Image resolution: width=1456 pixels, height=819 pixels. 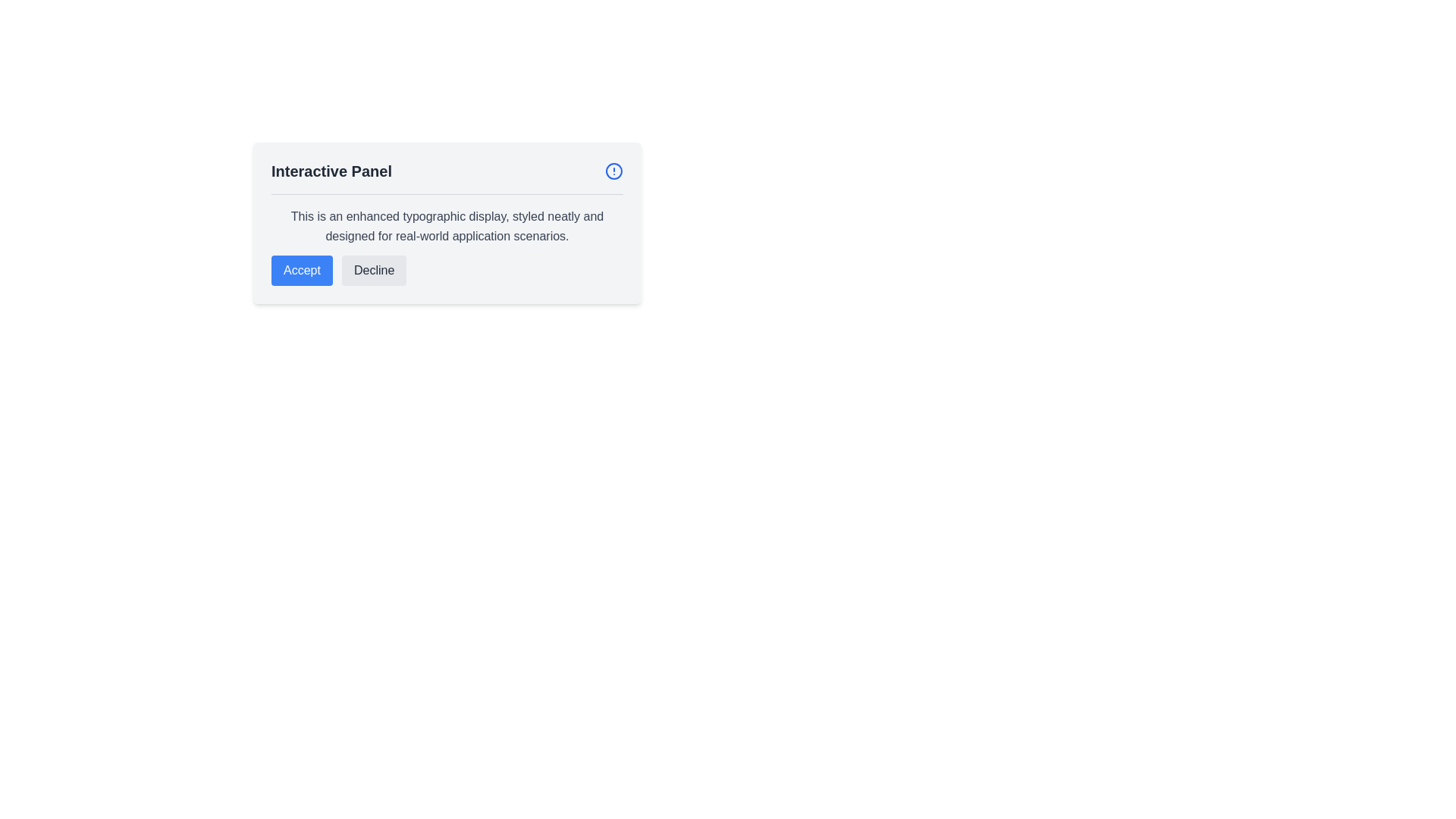 What do you see at coordinates (374, 270) in the screenshot?
I see `the 'Decline' button located in the 'Interactive Panel'` at bounding box center [374, 270].